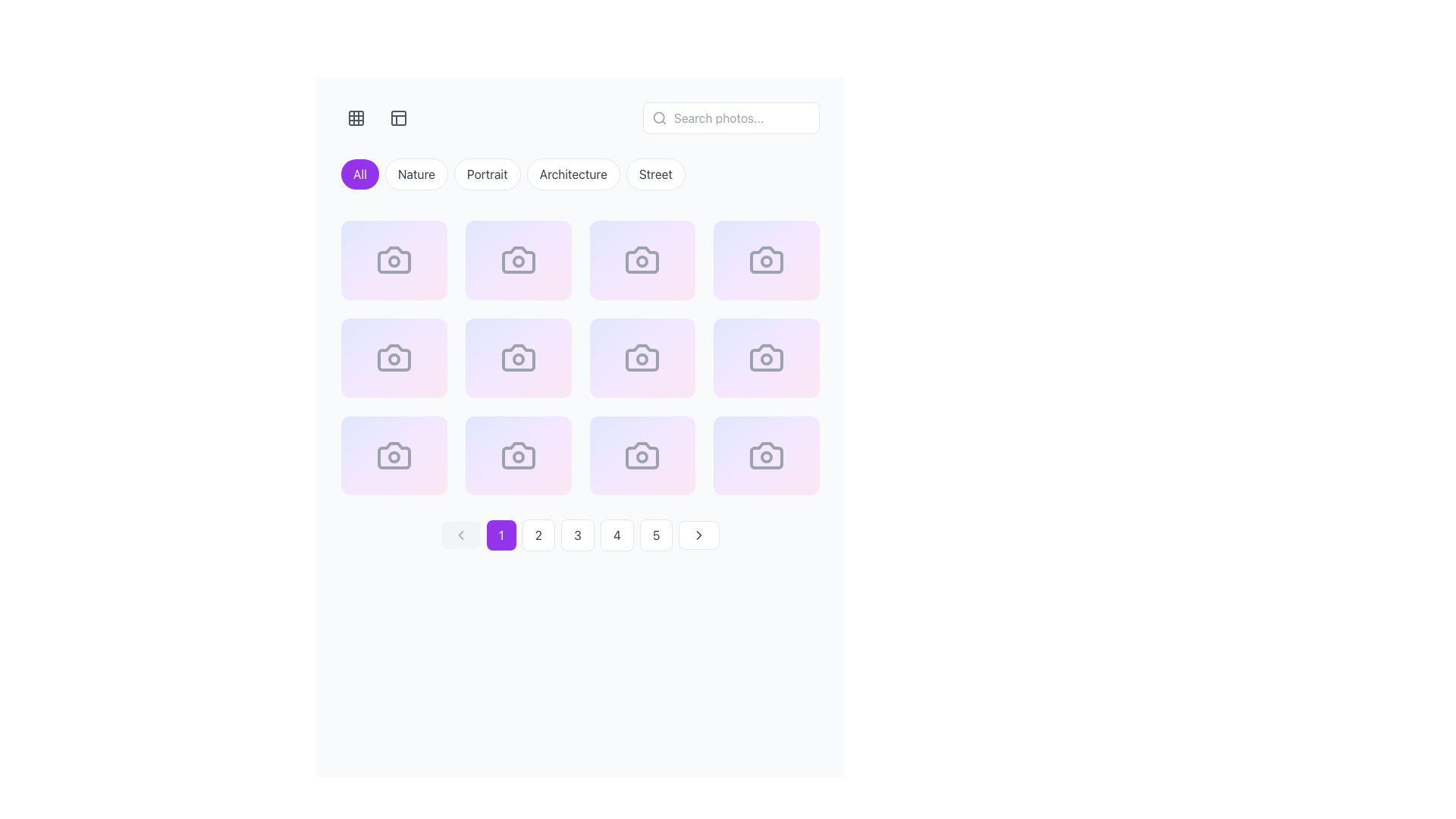 The height and width of the screenshot is (819, 1456). What do you see at coordinates (394, 259) in the screenshot?
I see `the camera icon located in the top-left quadrant of the grid layout` at bounding box center [394, 259].